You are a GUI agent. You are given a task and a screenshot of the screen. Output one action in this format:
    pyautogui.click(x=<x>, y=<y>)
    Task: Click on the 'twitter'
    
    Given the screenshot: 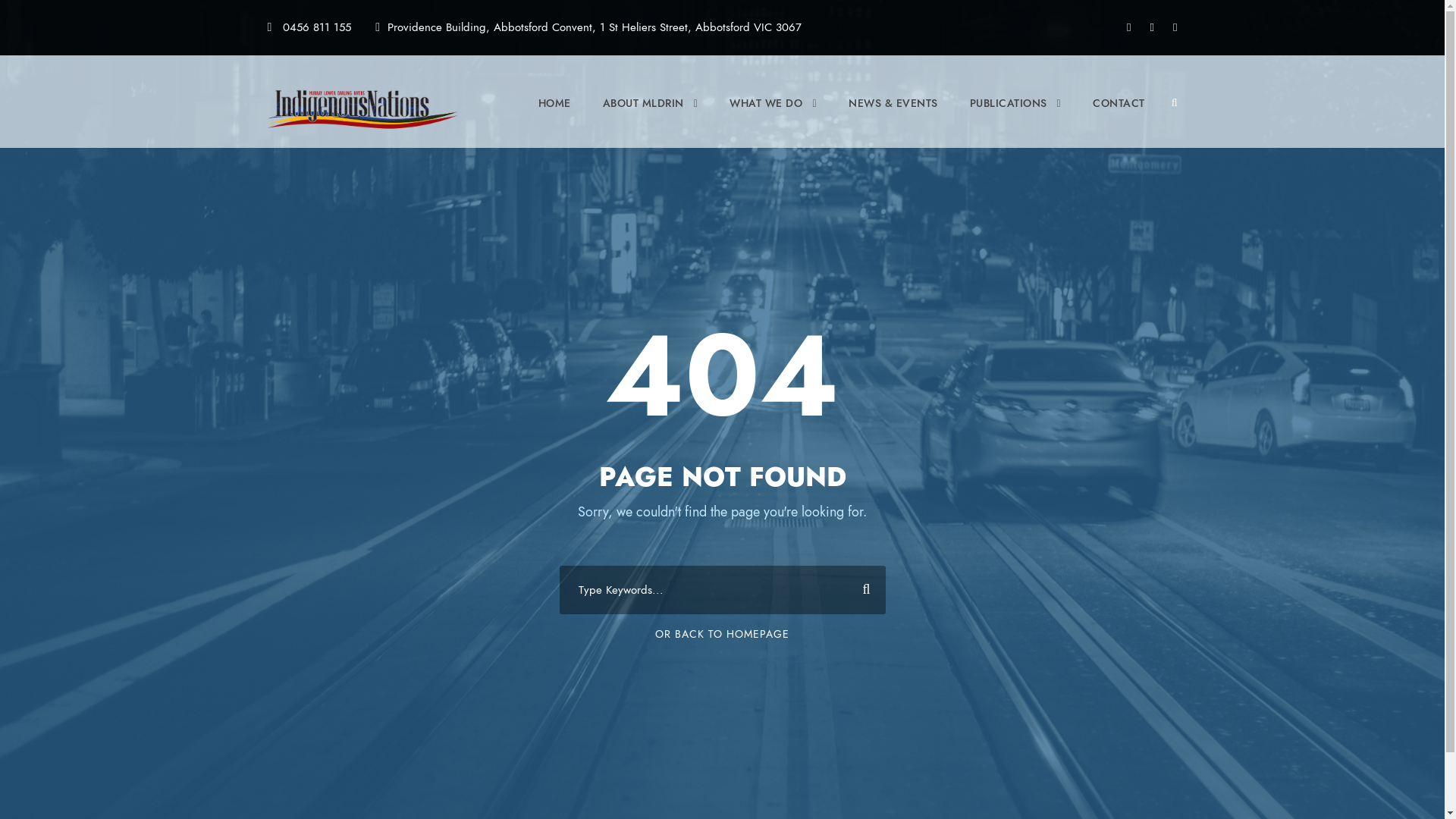 What is the action you would take?
    pyautogui.click(x=1152, y=27)
    